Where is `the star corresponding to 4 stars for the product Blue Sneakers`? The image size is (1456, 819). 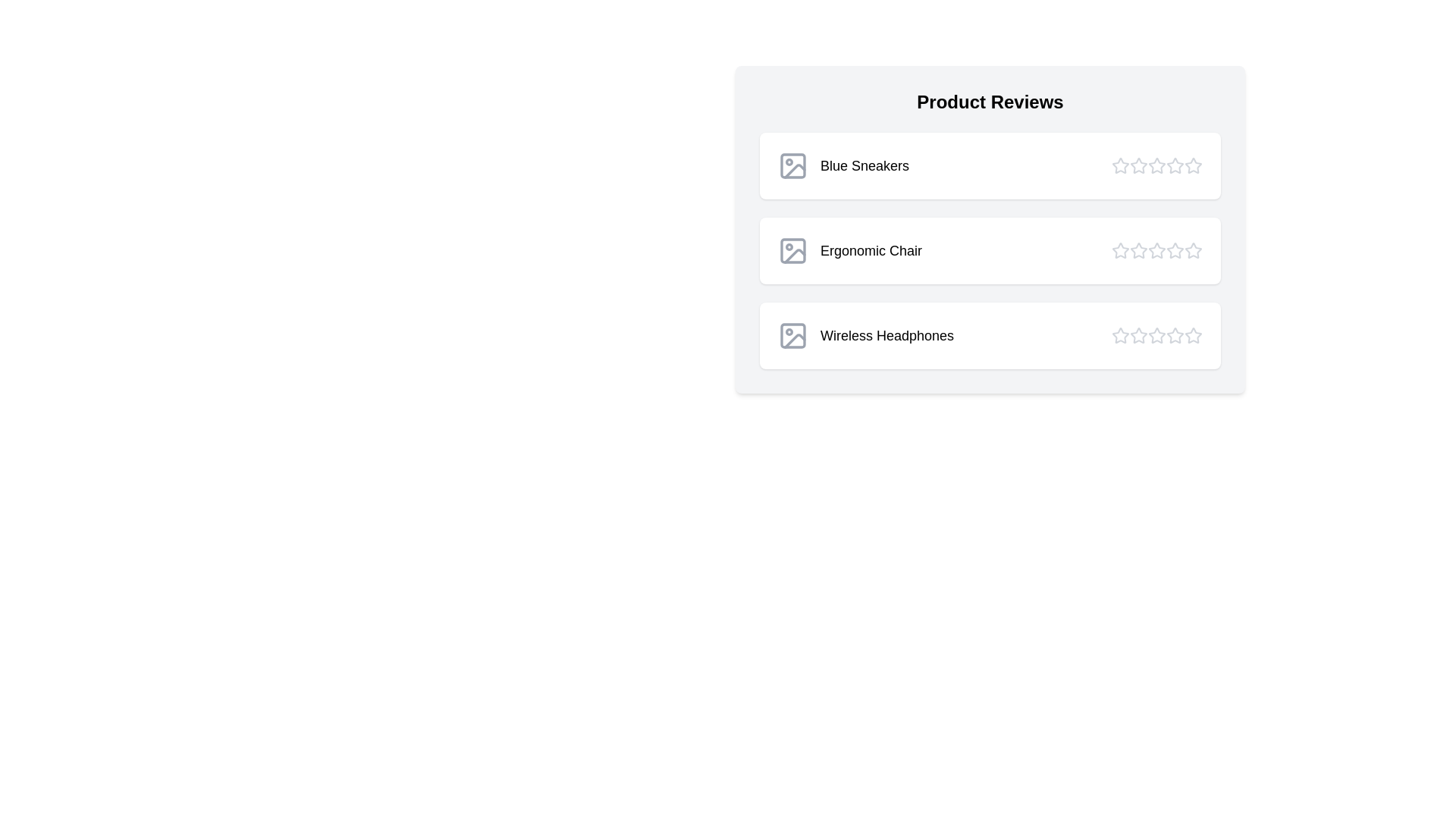
the star corresponding to 4 stars for the product Blue Sneakers is located at coordinates (1175, 166).